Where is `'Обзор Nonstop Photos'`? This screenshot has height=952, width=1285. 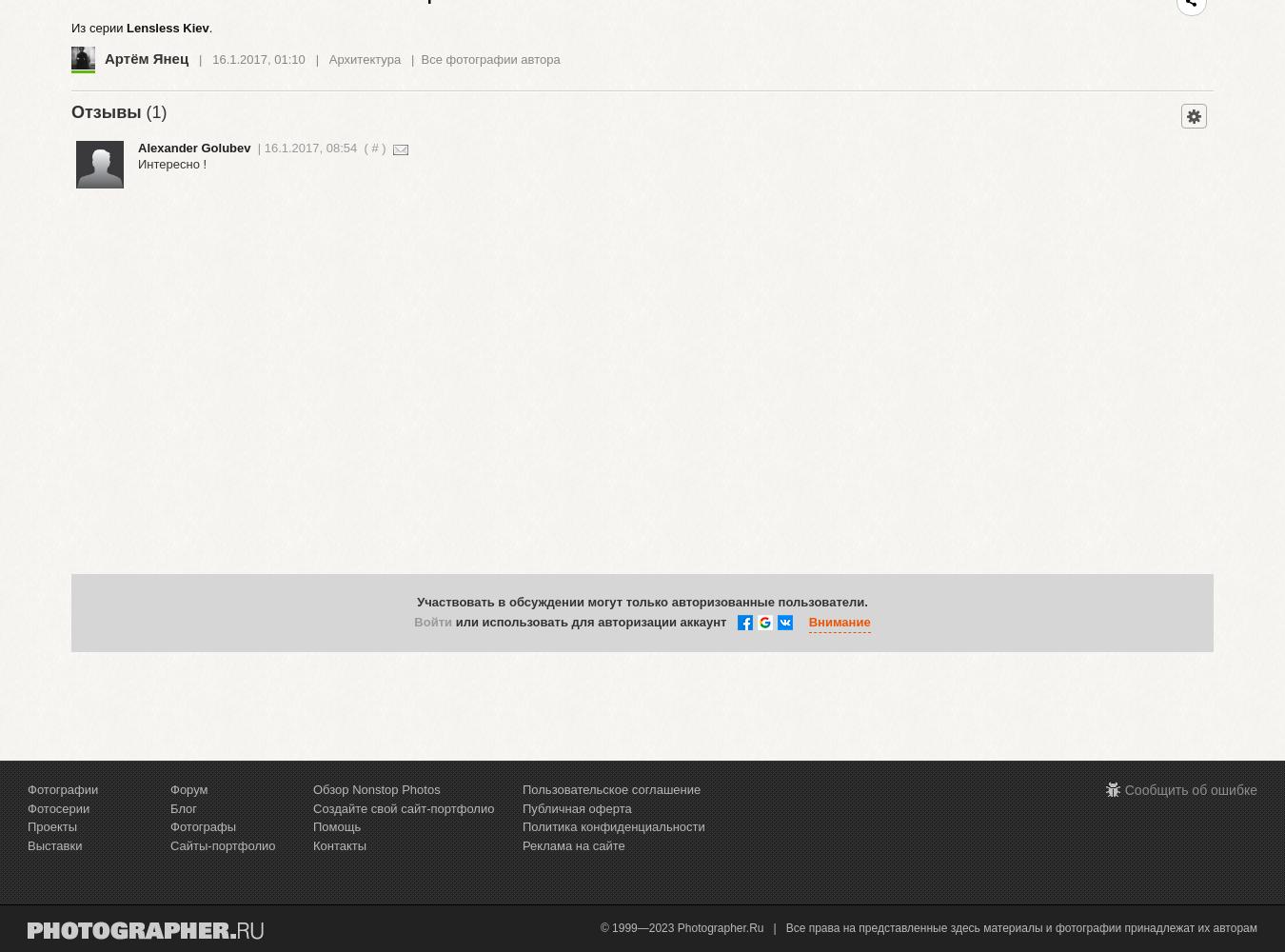 'Обзор Nonstop Photos' is located at coordinates (376, 788).